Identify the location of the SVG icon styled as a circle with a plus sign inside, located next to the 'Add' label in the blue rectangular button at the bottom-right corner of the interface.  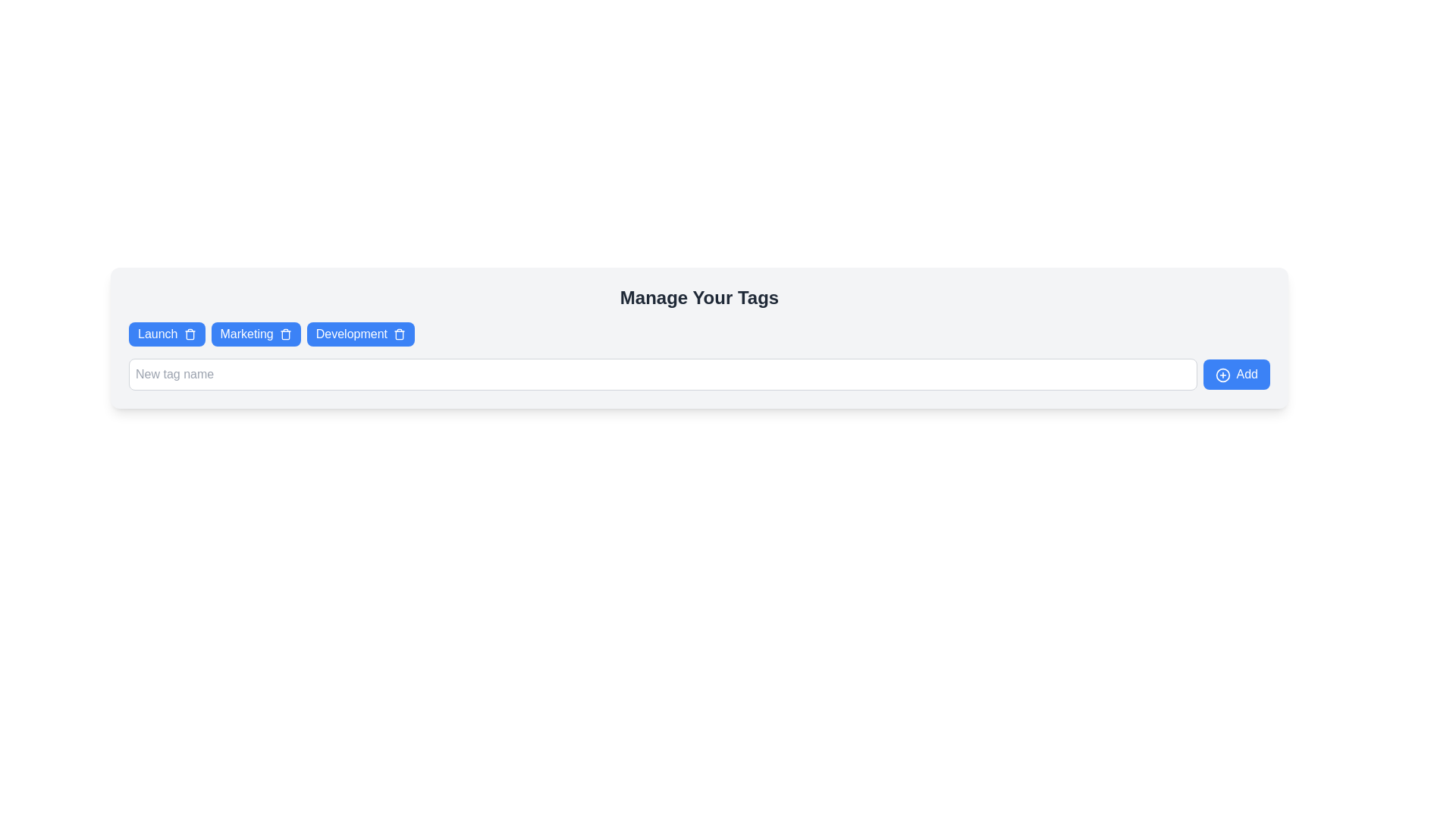
(1222, 375).